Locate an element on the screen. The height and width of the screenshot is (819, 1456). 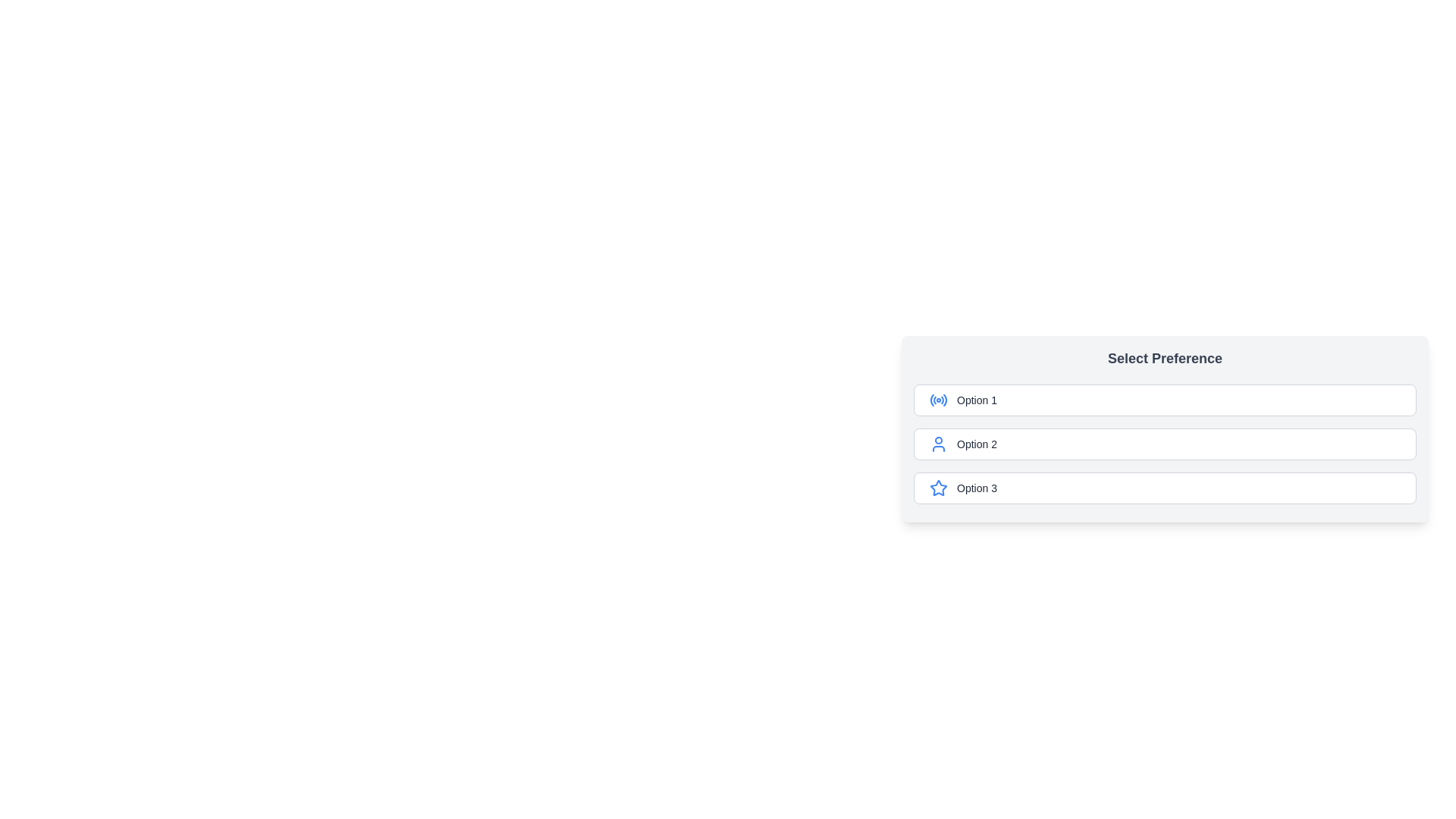
the 'Option 2' icon, which is located to the left of the text label in the second entry of a three-item list component is located at coordinates (938, 444).